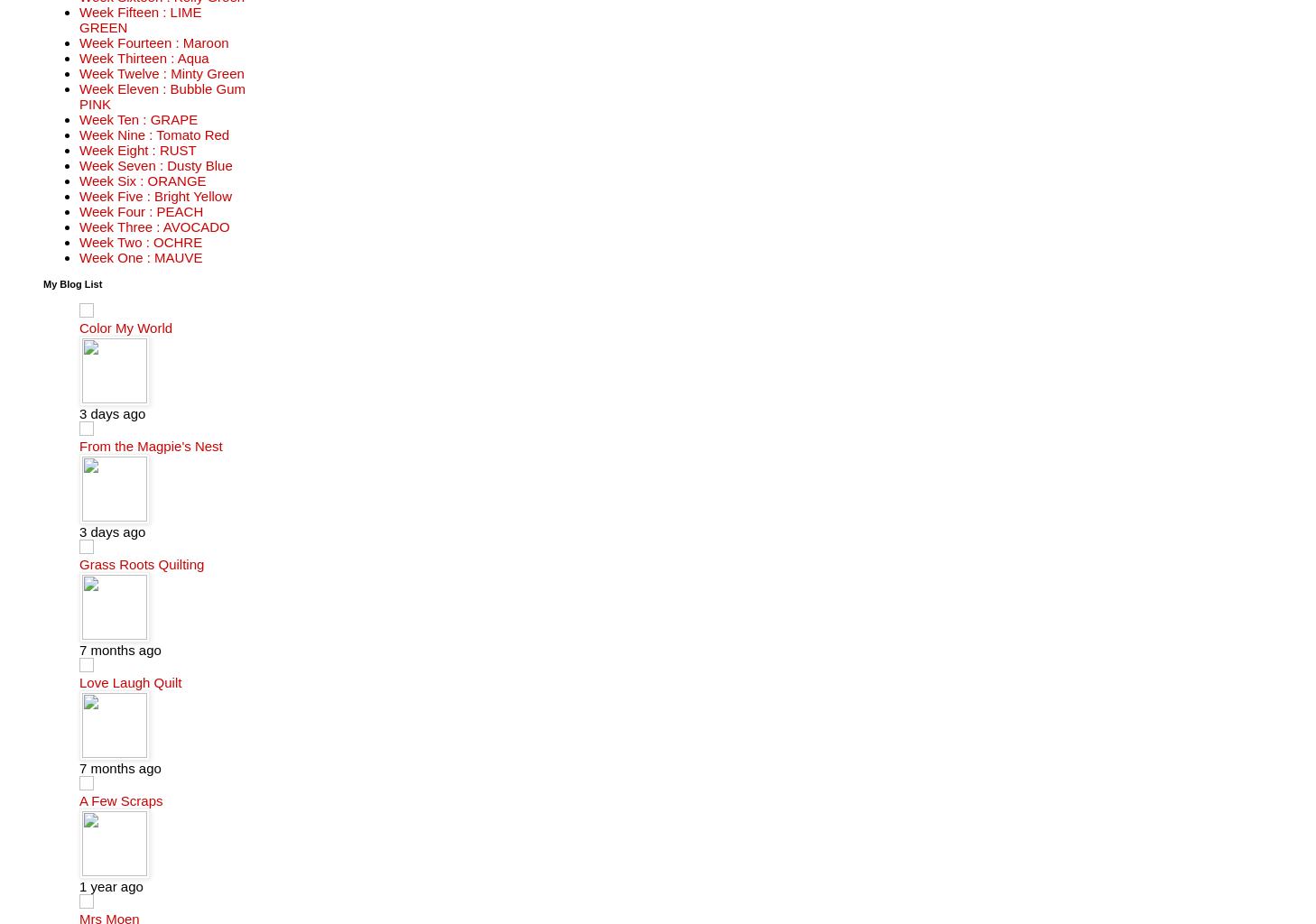  Describe the element at coordinates (137, 117) in the screenshot. I see `'Week Ten : GRAPE'` at that location.